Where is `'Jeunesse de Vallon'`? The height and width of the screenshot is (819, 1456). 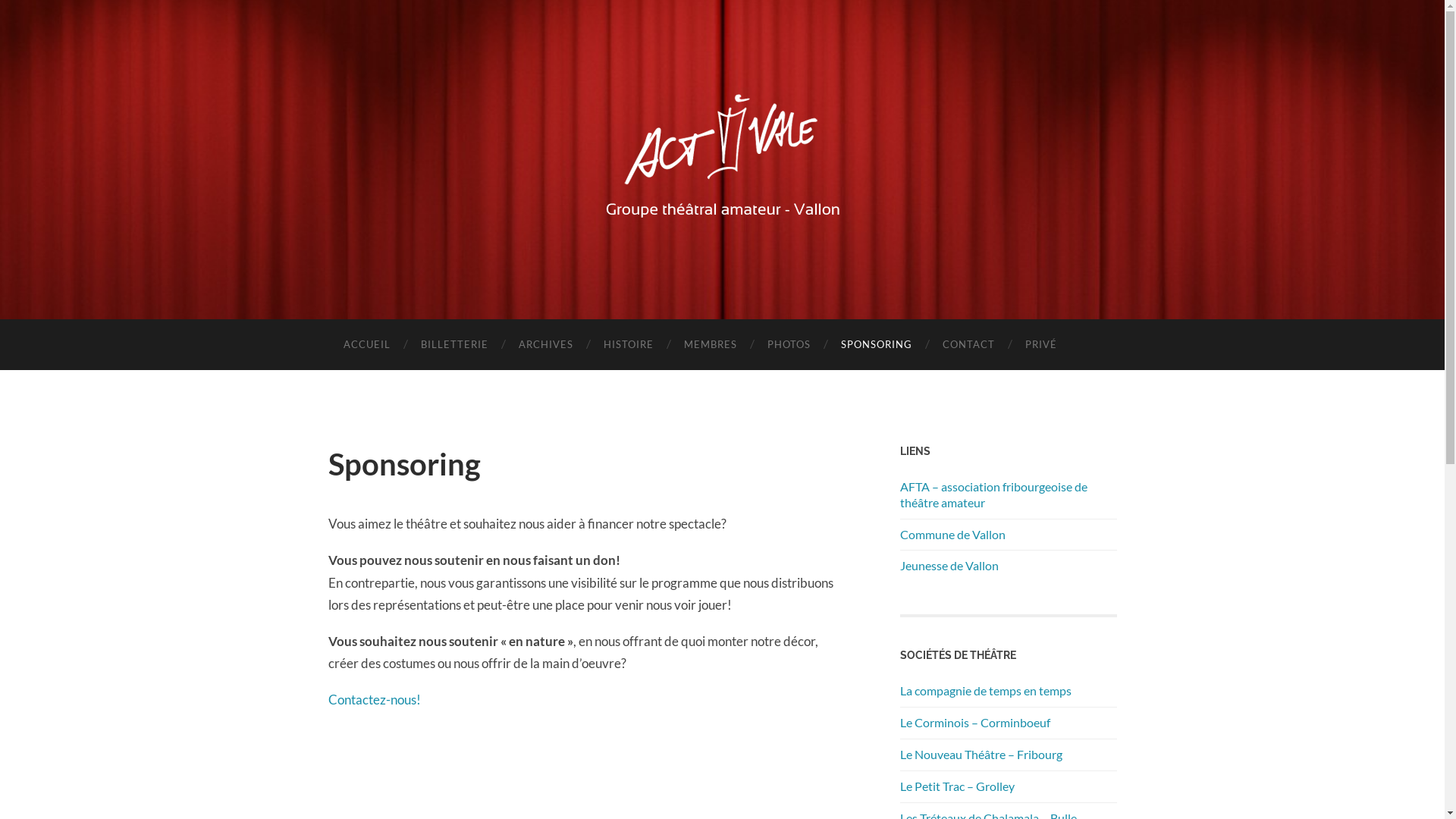
'Jeunesse de Vallon' is located at coordinates (948, 565).